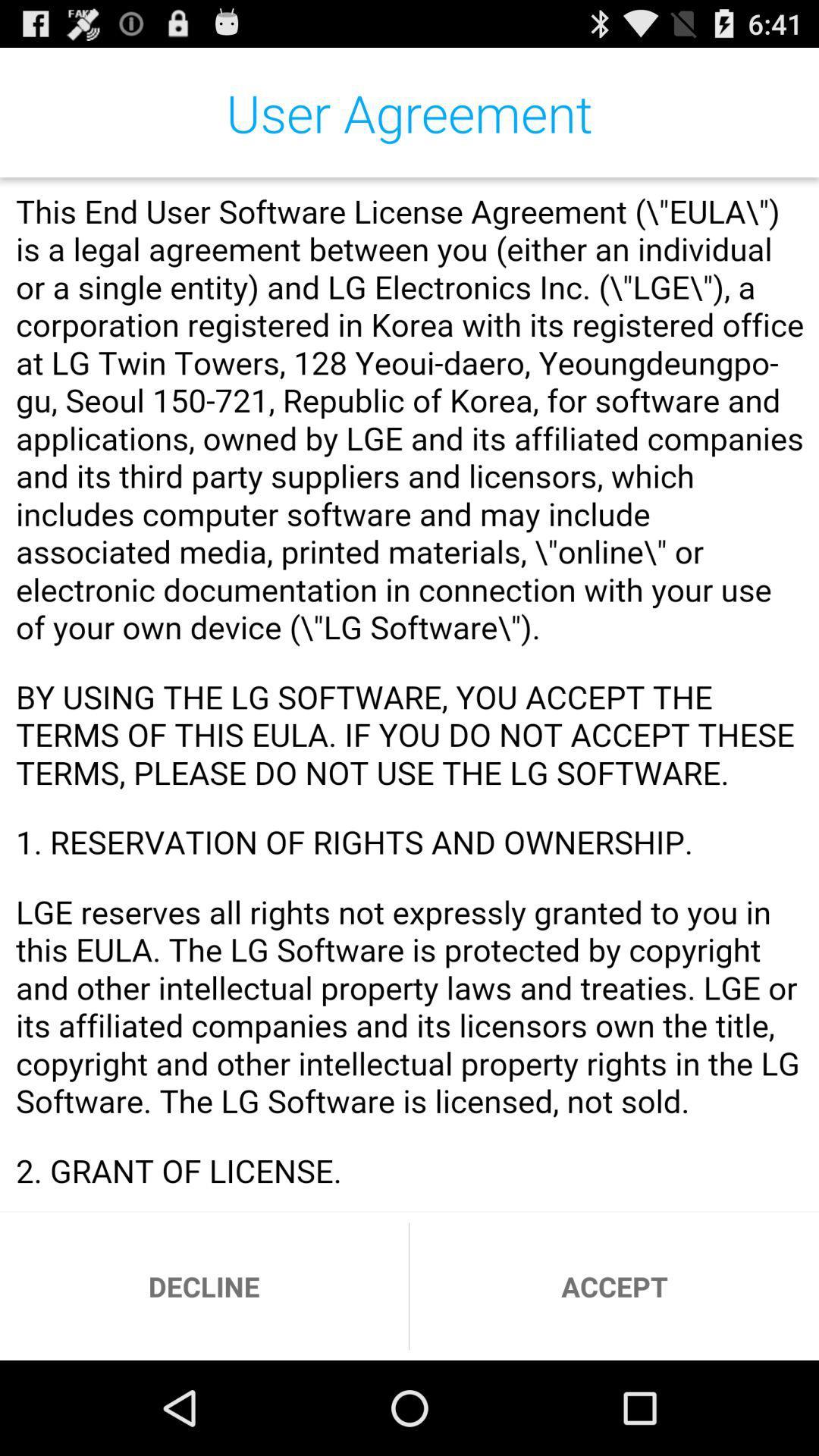  I want to click on read our terms, so click(409, 694).